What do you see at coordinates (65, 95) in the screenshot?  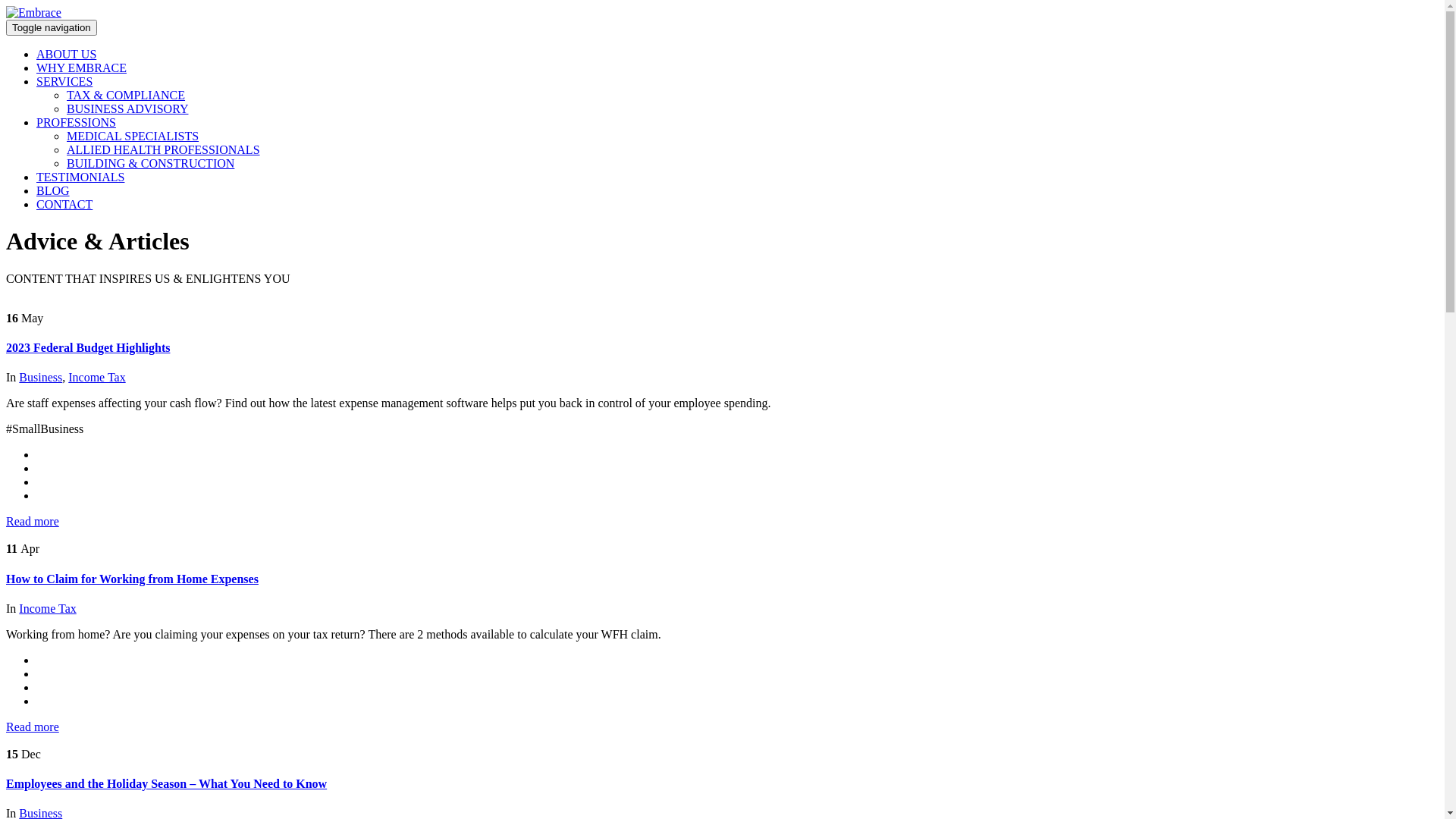 I see `'TAX & COMPLIANCE'` at bounding box center [65, 95].